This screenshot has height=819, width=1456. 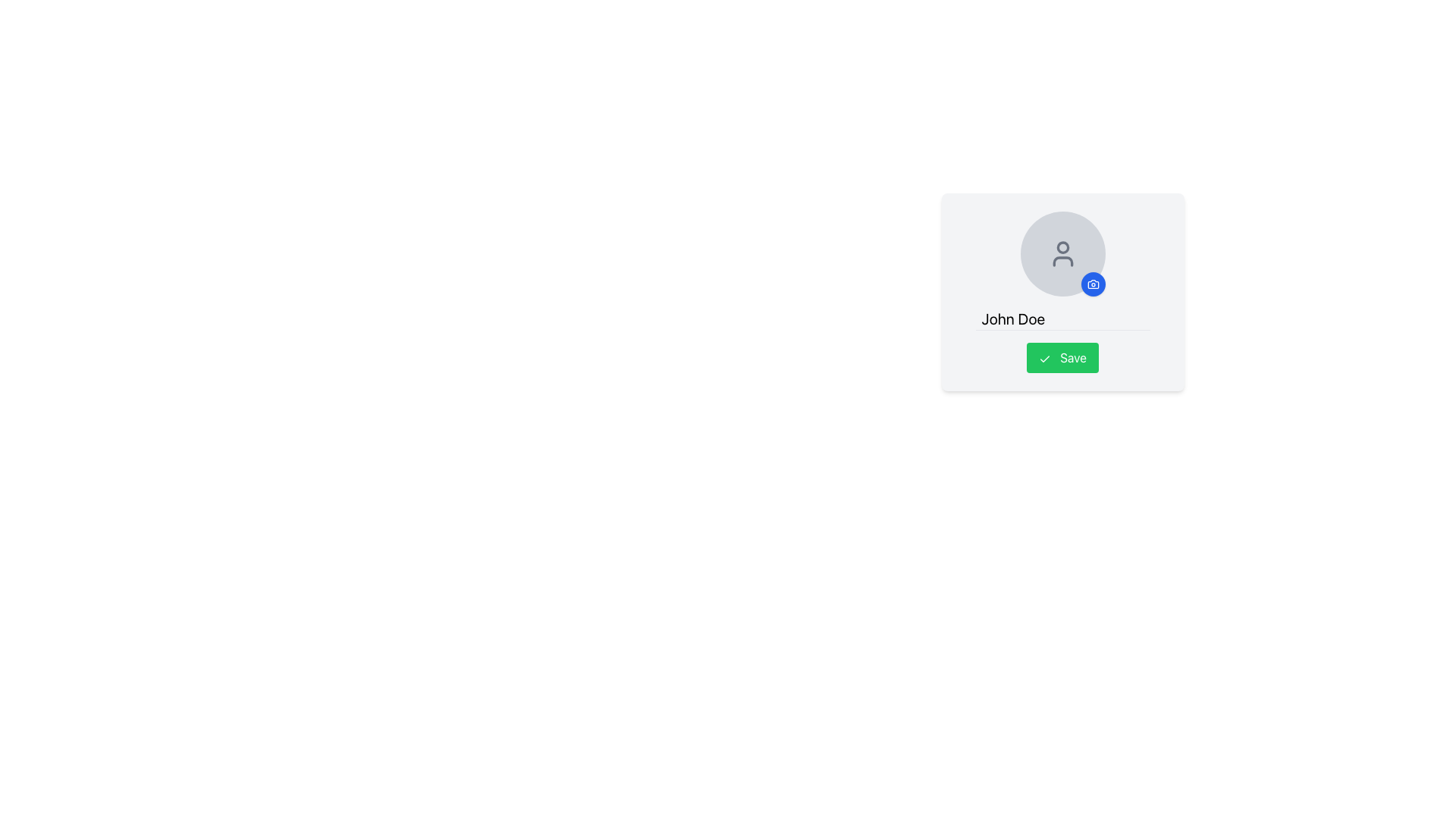 I want to click on the blue circular overlay on the profile picture placeholder to initiate the upload action, so click(x=1062, y=253).